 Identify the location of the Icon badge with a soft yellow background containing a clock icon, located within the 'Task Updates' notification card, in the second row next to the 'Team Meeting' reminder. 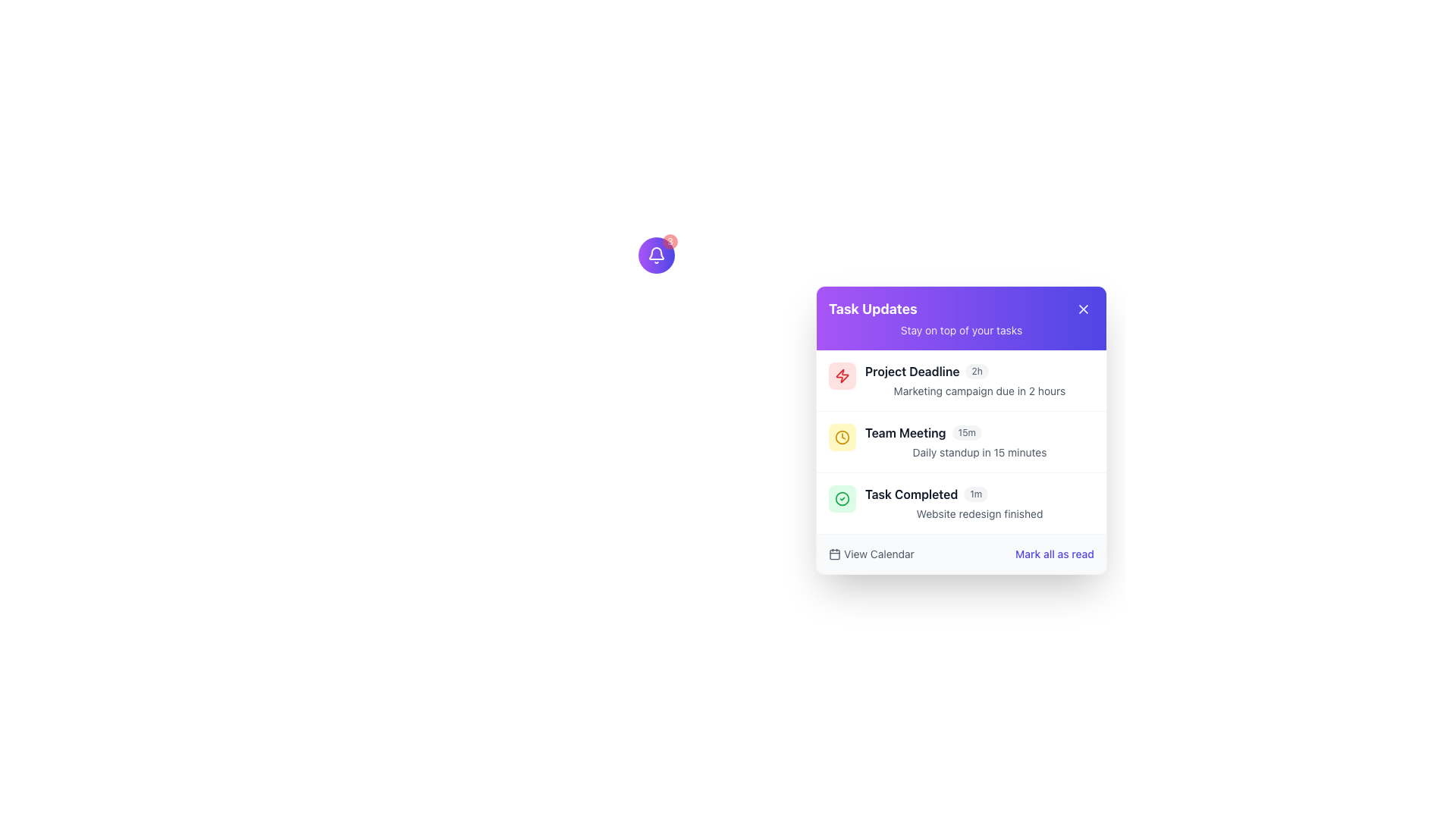
(841, 438).